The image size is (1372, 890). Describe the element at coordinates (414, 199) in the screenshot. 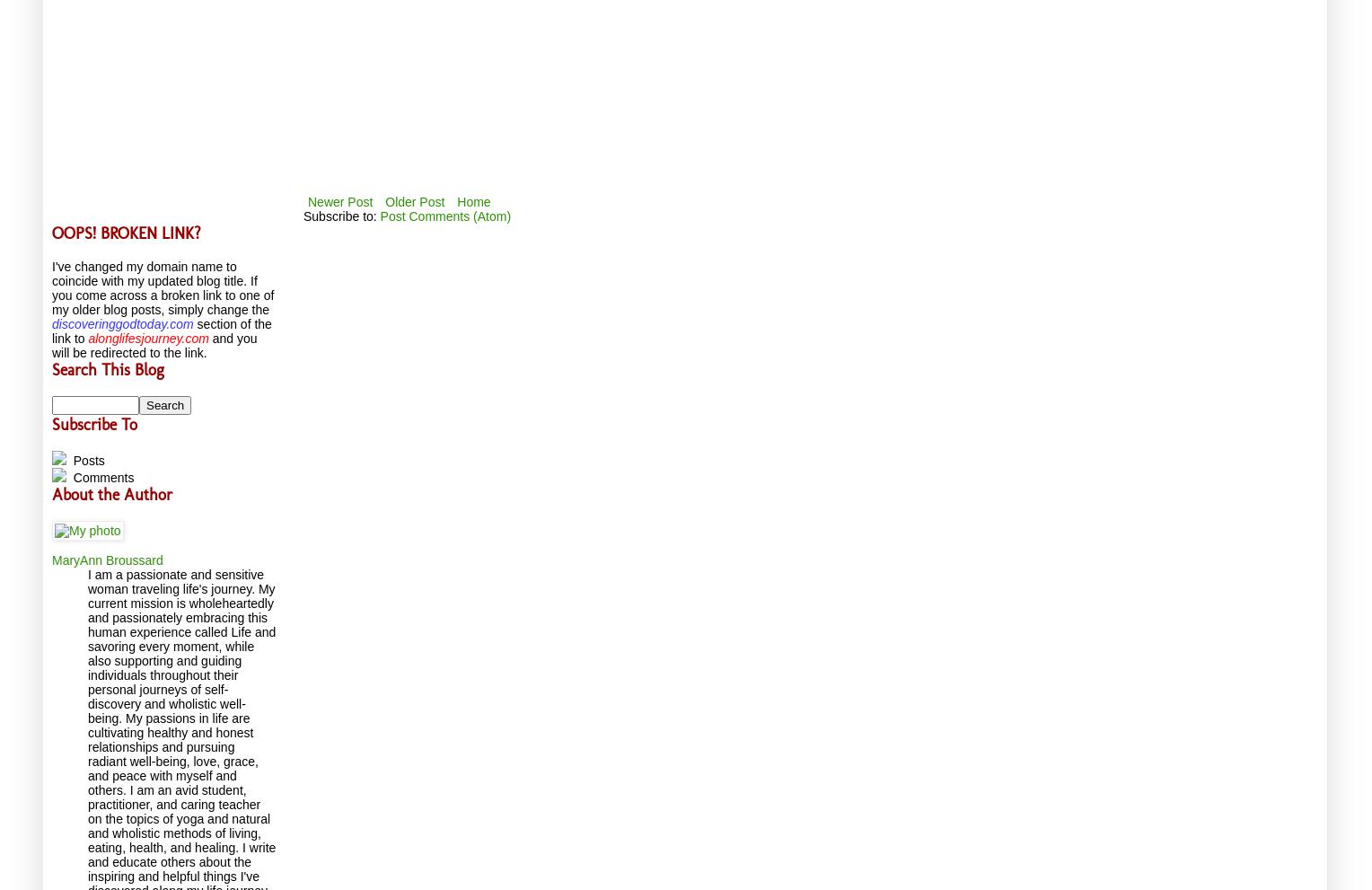

I see `'Older Post'` at that location.